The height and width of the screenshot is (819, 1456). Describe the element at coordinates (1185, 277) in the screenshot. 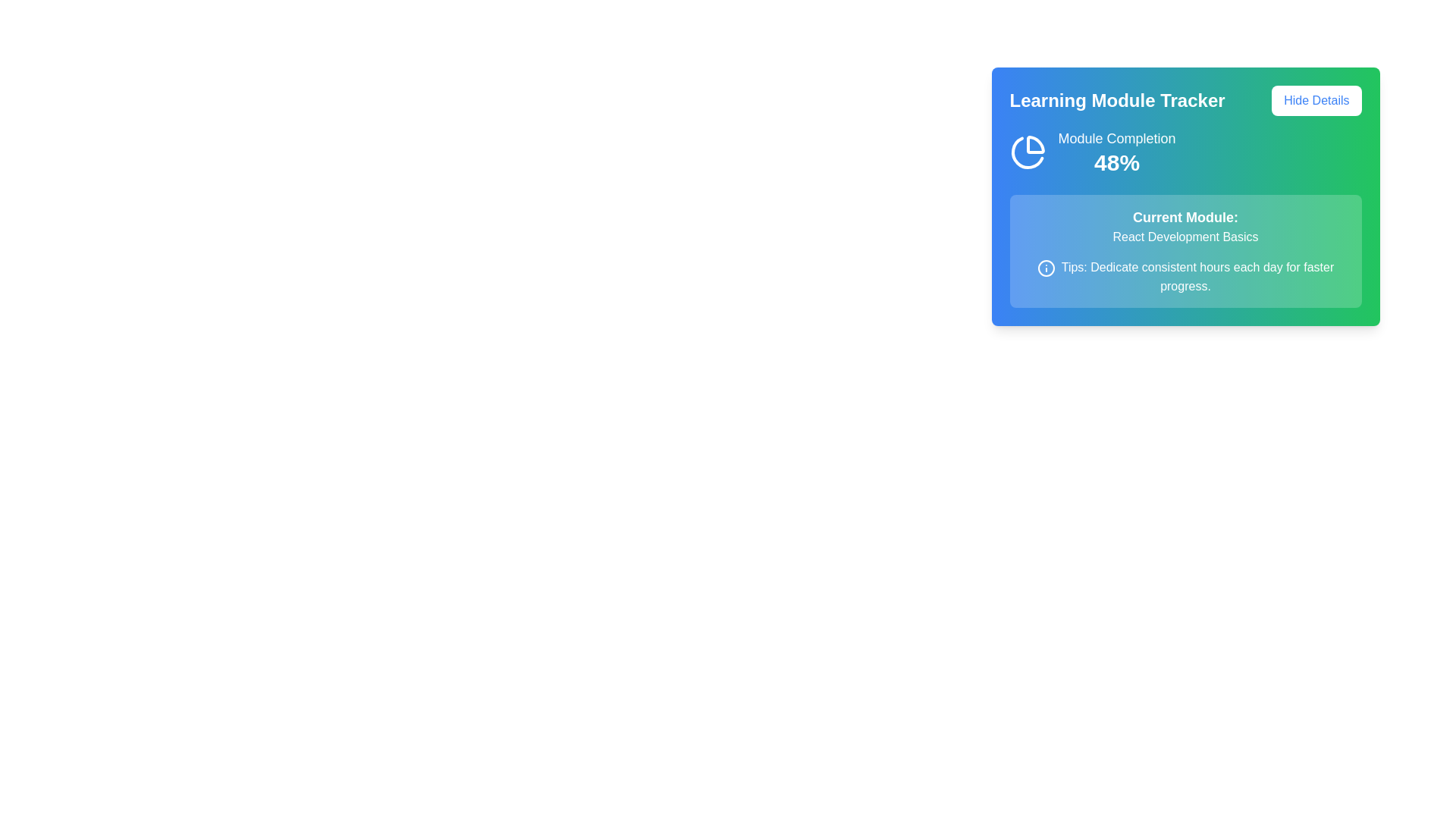

I see `static informational text displaying the tip message 'Tips: Dedicate consistent hours each day for faster progress.' which is preceded by a circular information icon, located centrally below the 'React Development Basics' text` at that location.